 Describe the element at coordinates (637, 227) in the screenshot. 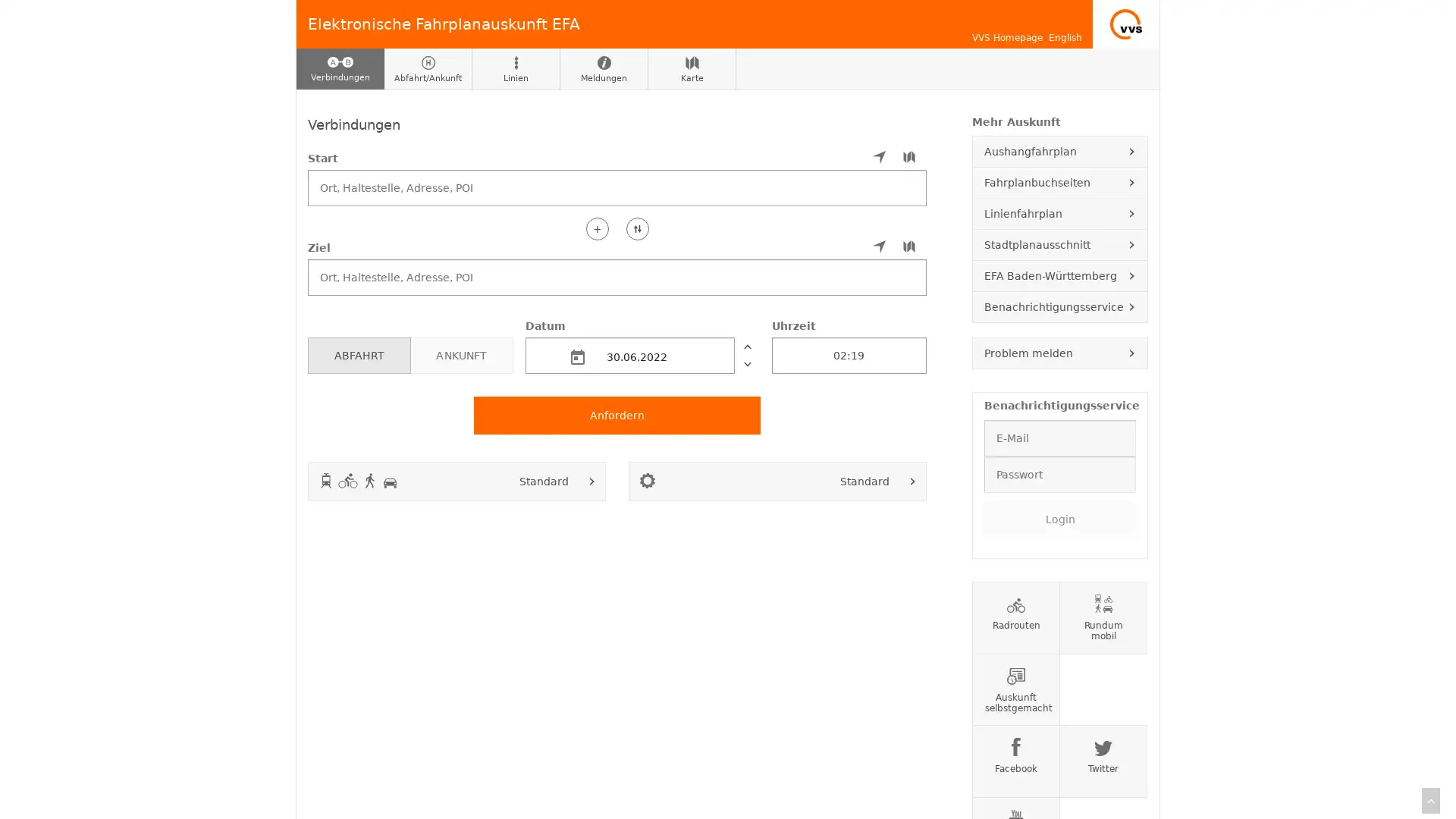

I see `Start und Ziel tauschen` at that location.